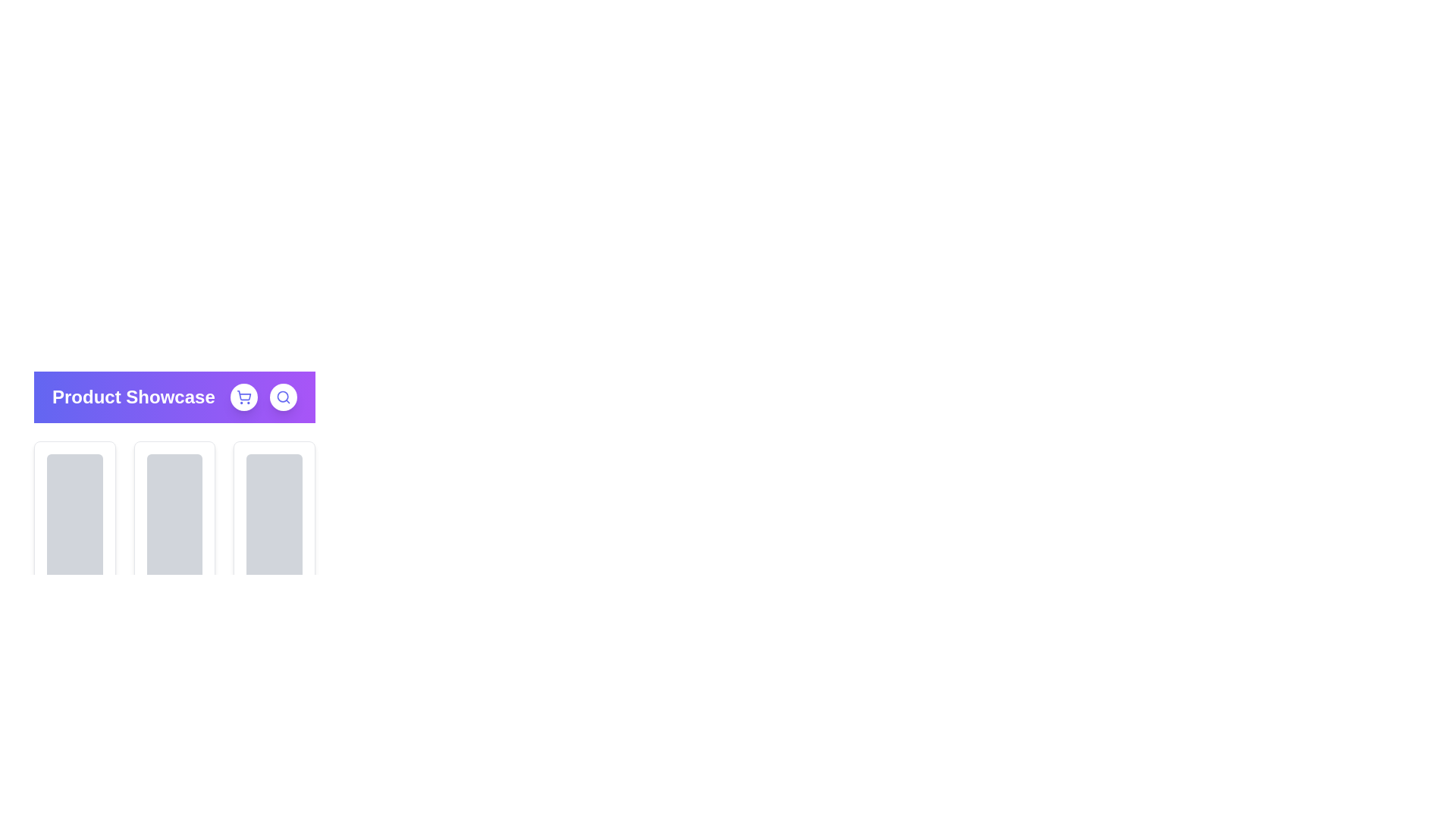  What do you see at coordinates (284, 397) in the screenshot?
I see `the magnifying glass icon, which is the rightmost icon in the toolbar below 'Product Showcase'` at bounding box center [284, 397].